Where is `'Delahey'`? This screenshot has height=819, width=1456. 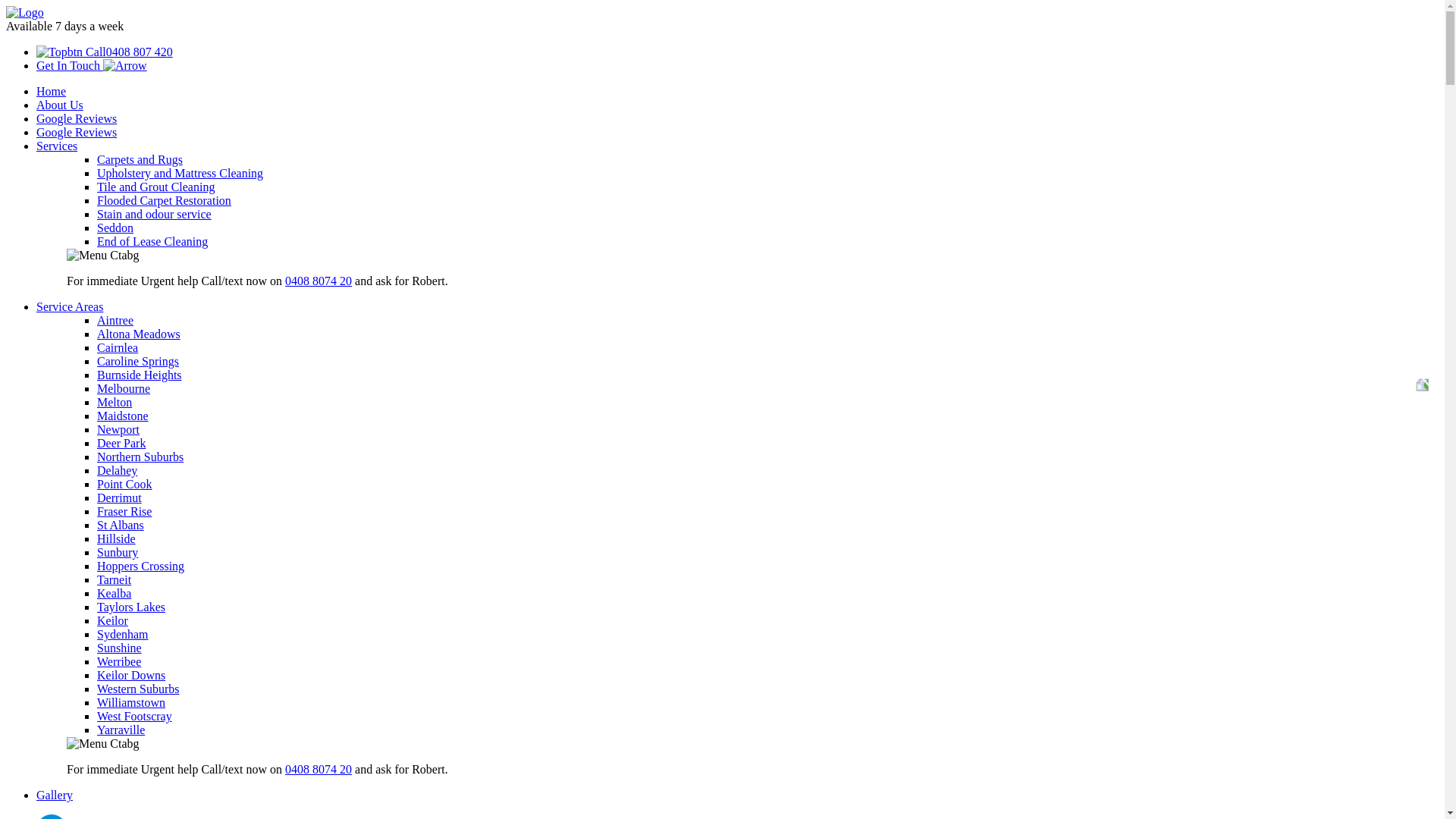
'Delahey' is located at coordinates (116, 469).